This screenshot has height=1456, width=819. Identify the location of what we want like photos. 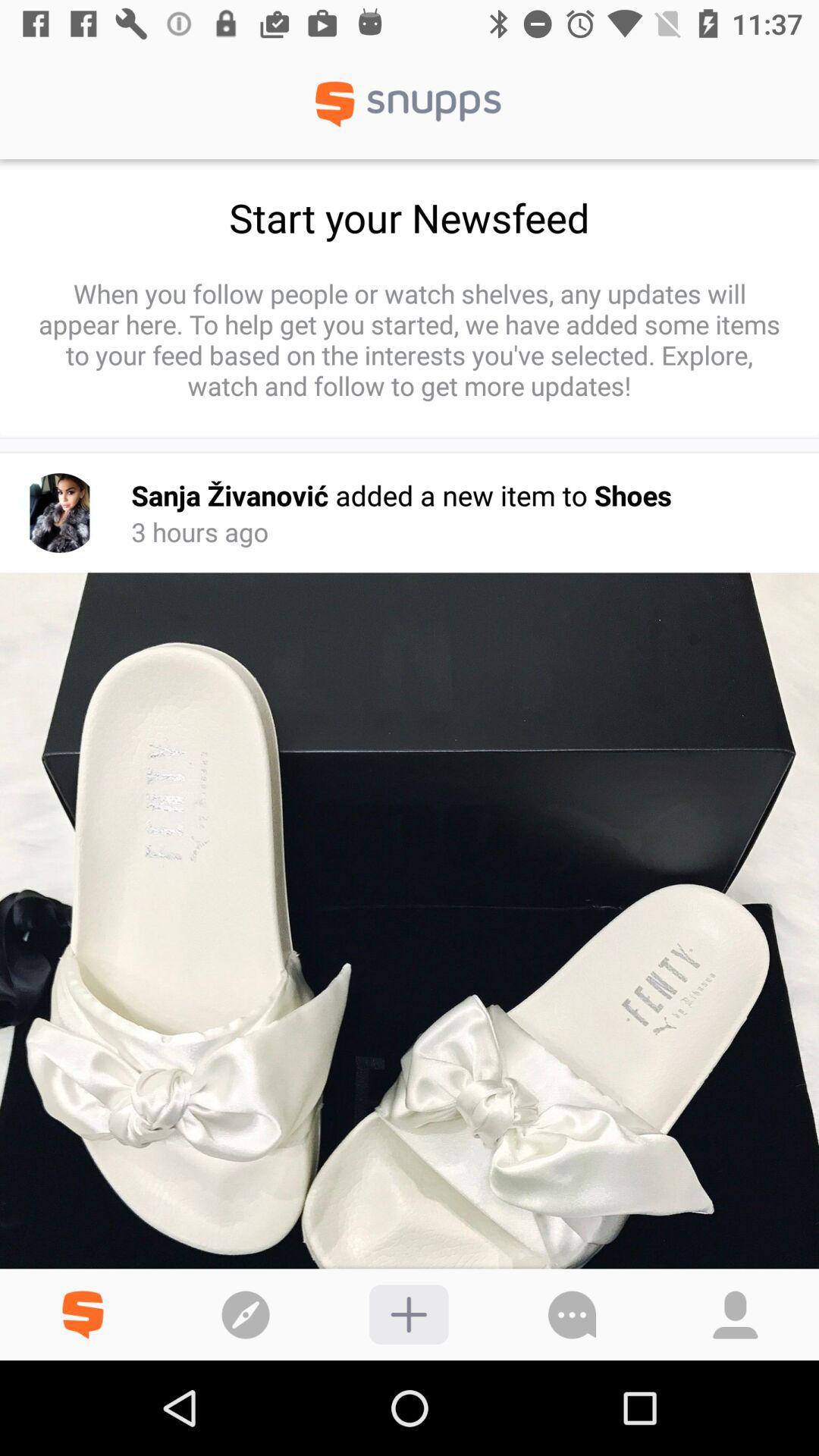
(408, 1313).